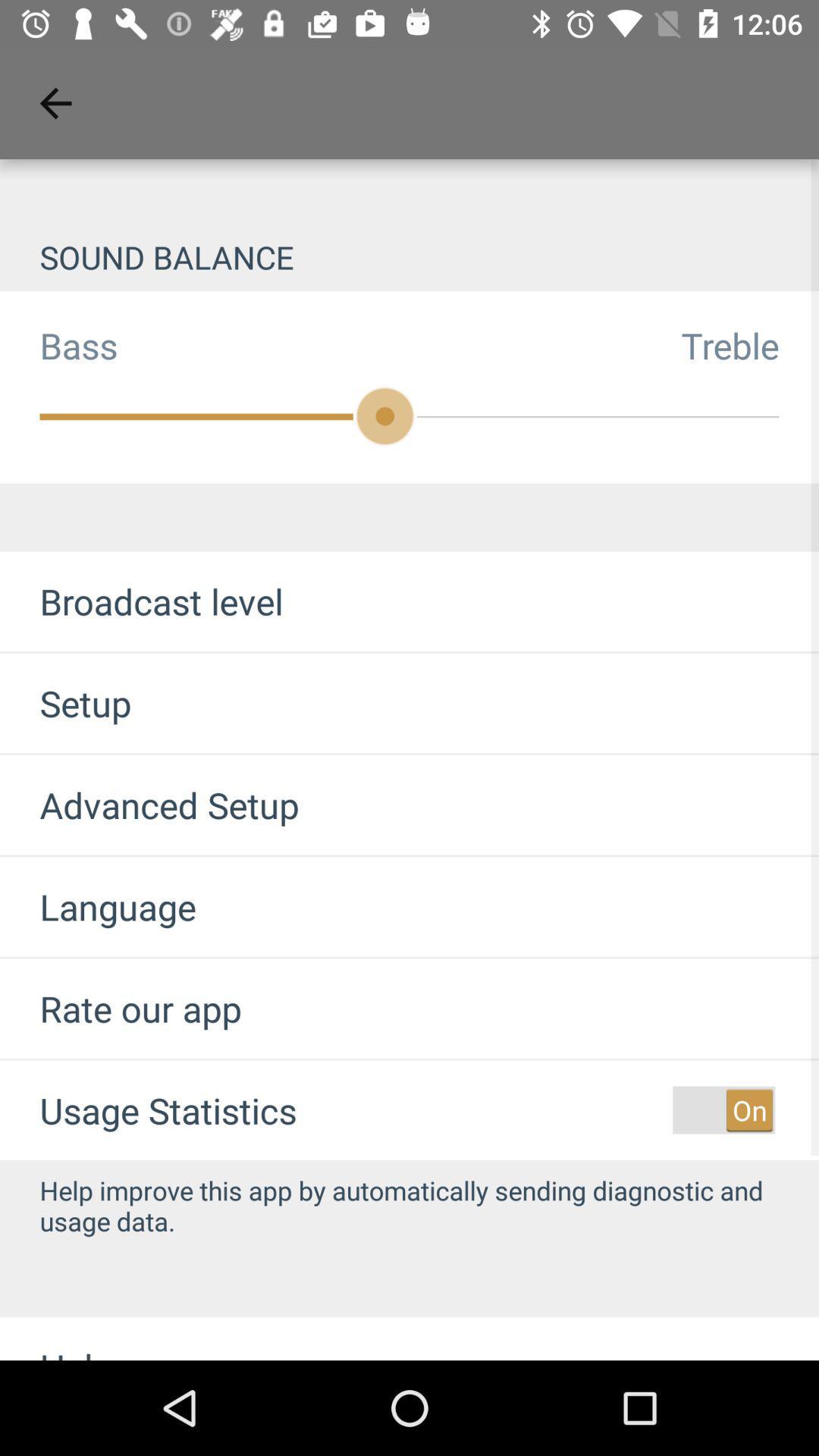 Image resolution: width=819 pixels, height=1456 pixels. I want to click on the item next to the usage statistics, so click(723, 1110).